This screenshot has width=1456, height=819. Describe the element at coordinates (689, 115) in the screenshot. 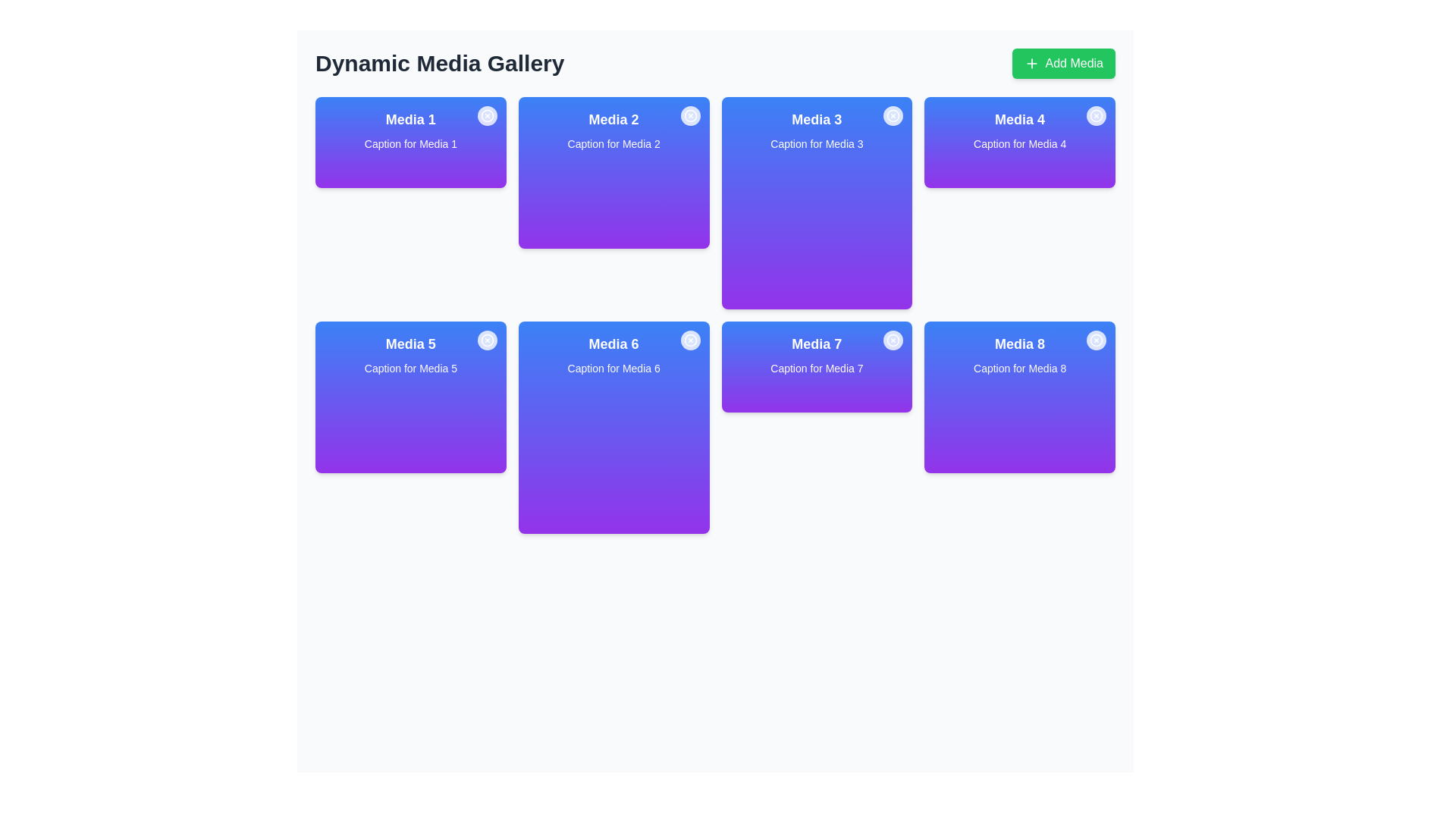

I see `the circular close button with an 'X' symbol located in the top-right section of the Media 2 card` at that location.